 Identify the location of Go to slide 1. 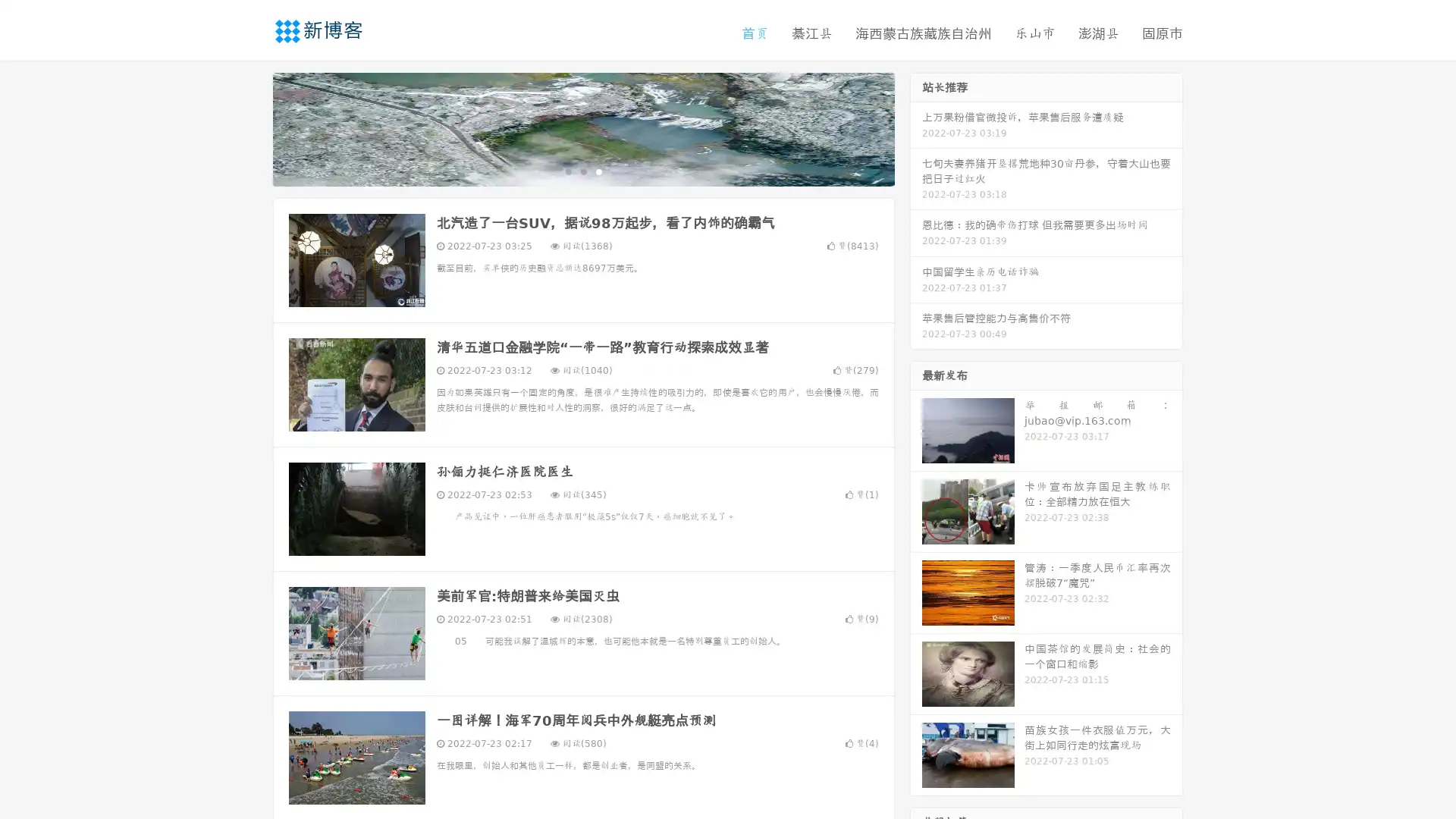
(567, 171).